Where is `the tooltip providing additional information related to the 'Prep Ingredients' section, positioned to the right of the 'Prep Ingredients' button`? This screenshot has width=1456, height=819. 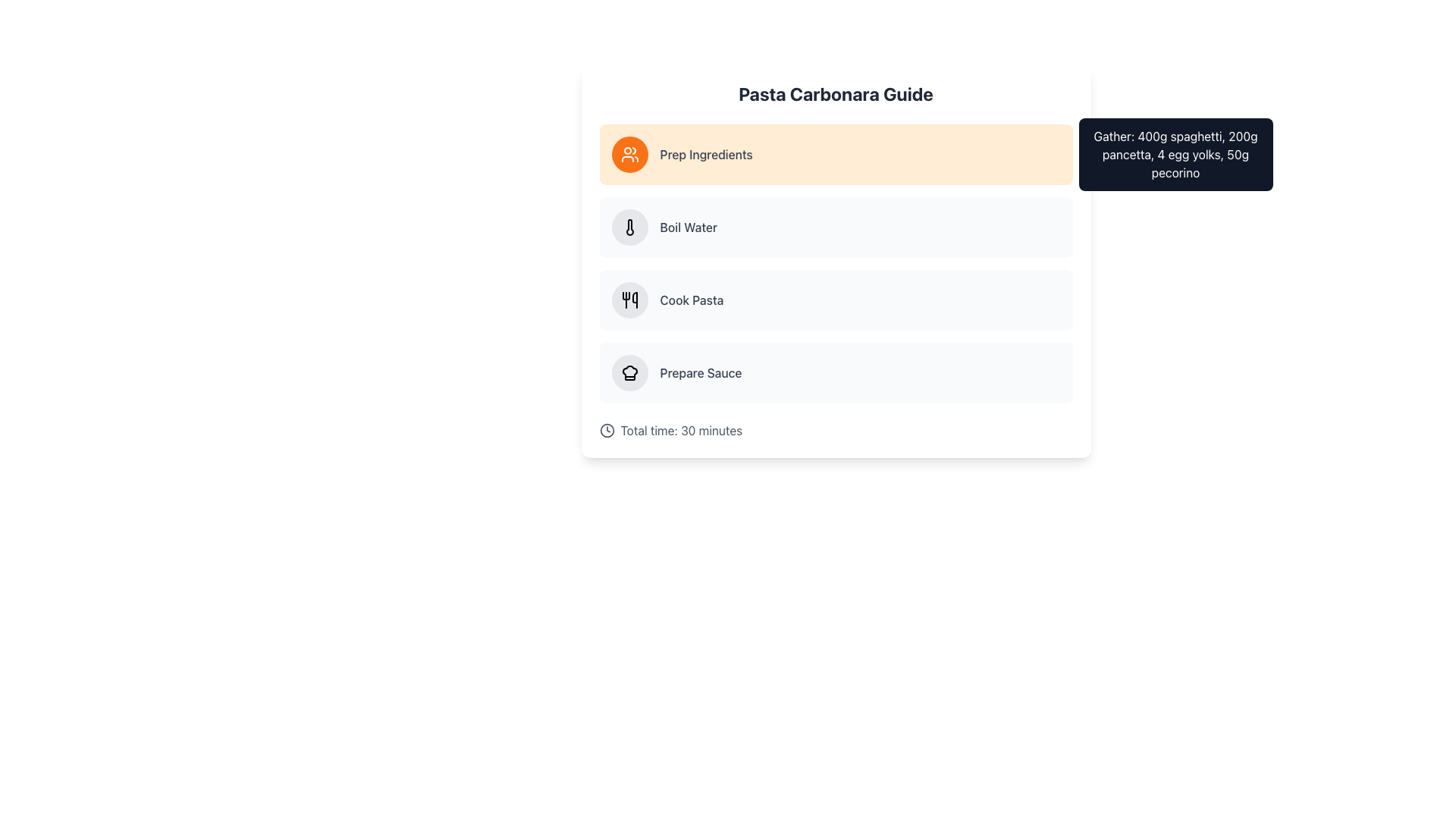 the tooltip providing additional information related to the 'Prep Ingredients' section, positioned to the right of the 'Prep Ingredients' button is located at coordinates (1175, 155).